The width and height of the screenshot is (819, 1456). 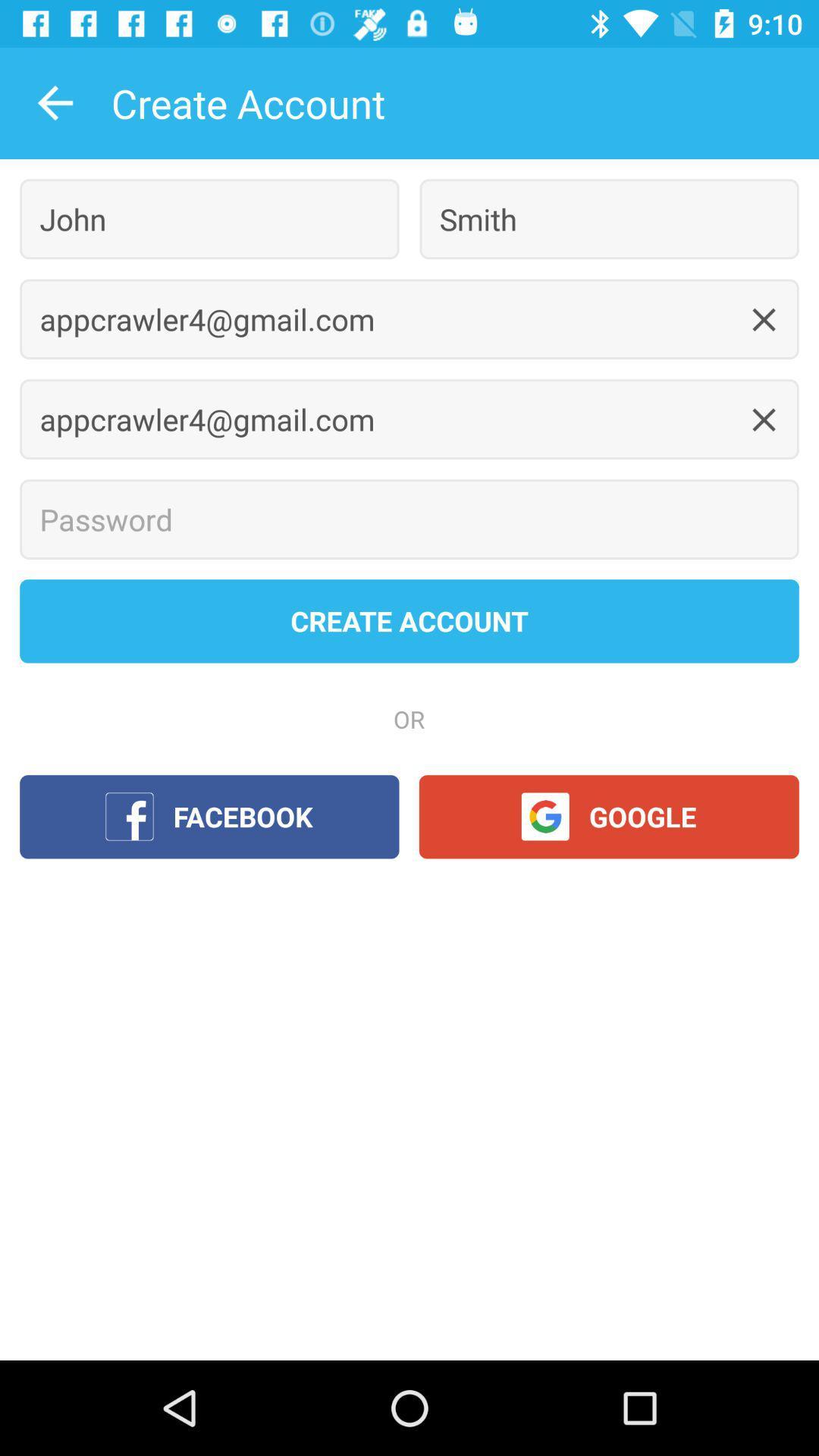 I want to click on the icon to the right of the john, so click(x=608, y=218).